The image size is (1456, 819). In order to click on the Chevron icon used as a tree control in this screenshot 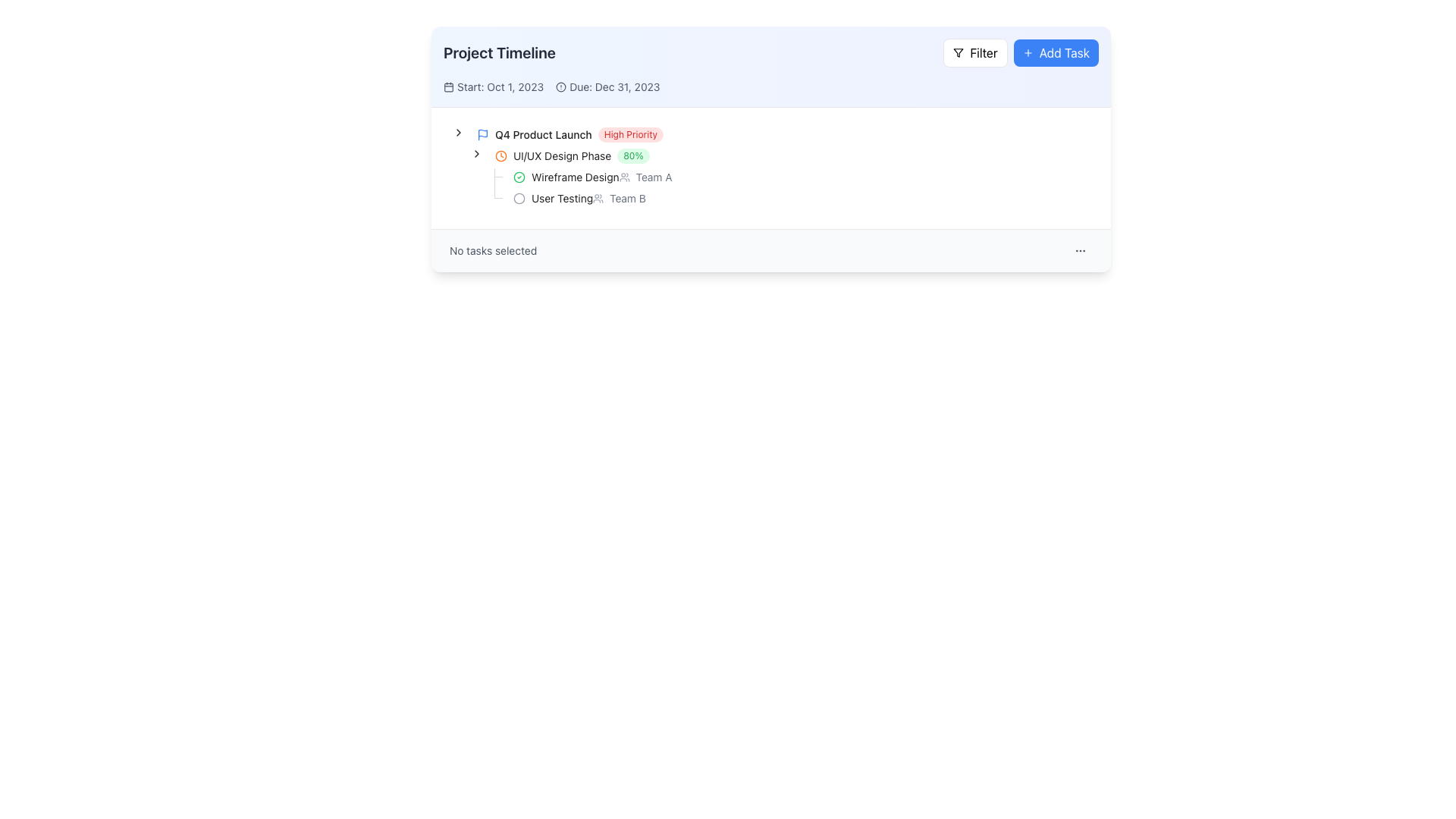, I will do `click(457, 131)`.